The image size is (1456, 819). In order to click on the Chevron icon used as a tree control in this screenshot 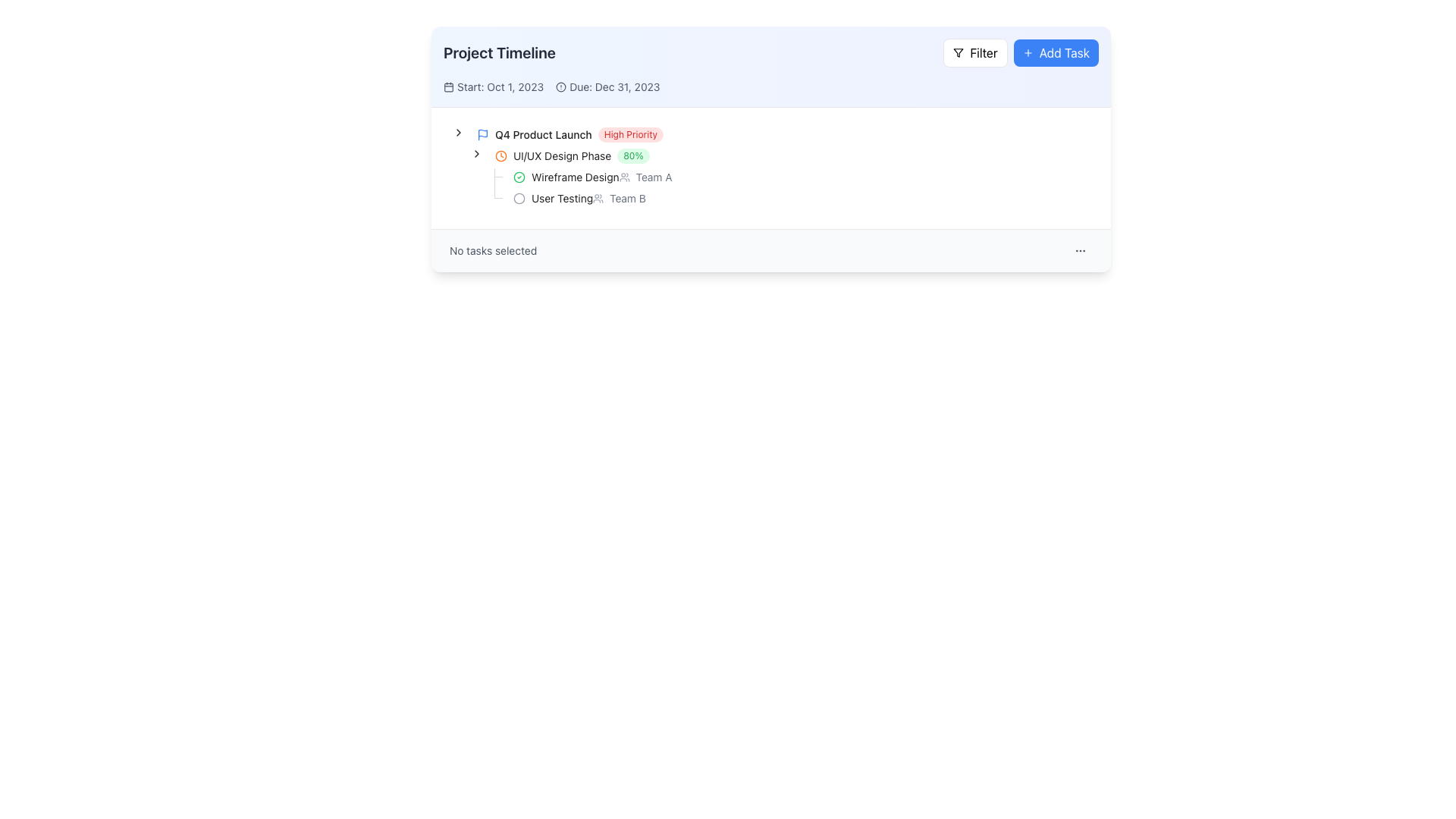, I will do `click(457, 131)`.